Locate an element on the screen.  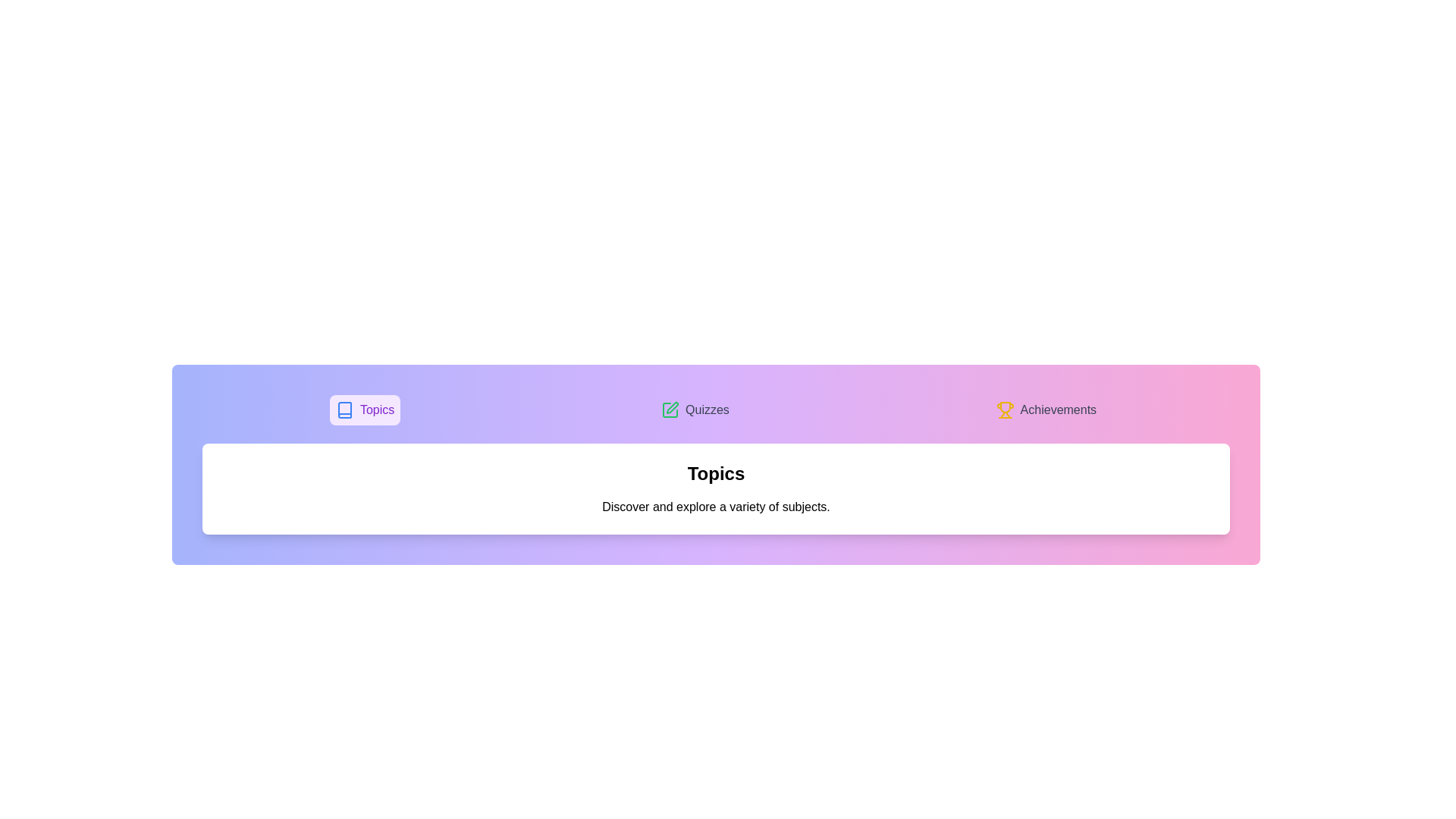
the Quizzes tab to switch the active content view is located at coordinates (694, 409).